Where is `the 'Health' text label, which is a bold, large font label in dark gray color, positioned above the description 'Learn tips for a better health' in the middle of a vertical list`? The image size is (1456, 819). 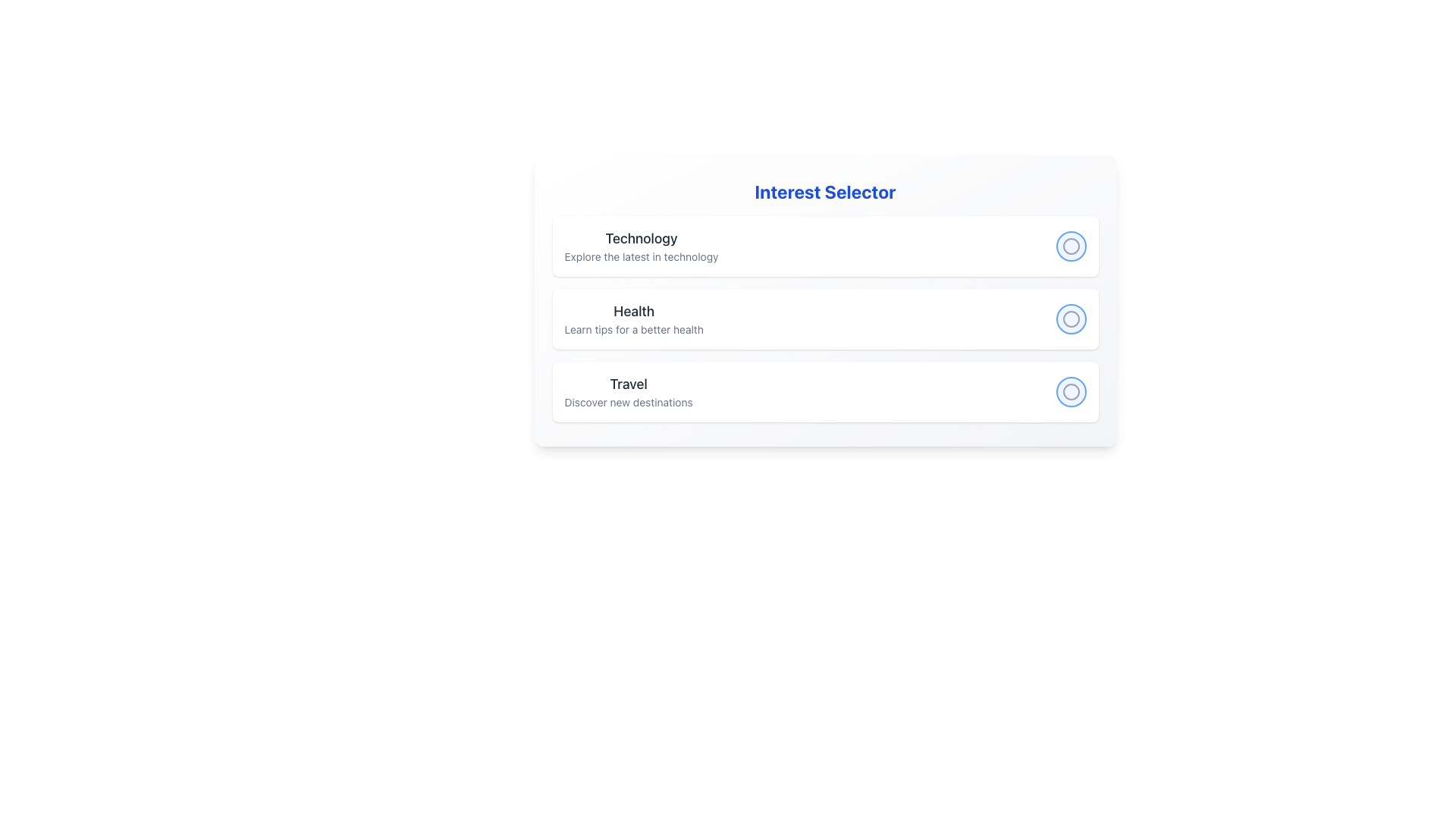 the 'Health' text label, which is a bold, large font label in dark gray color, positioned above the description 'Learn tips for a better health' in the middle of a vertical list is located at coordinates (633, 311).